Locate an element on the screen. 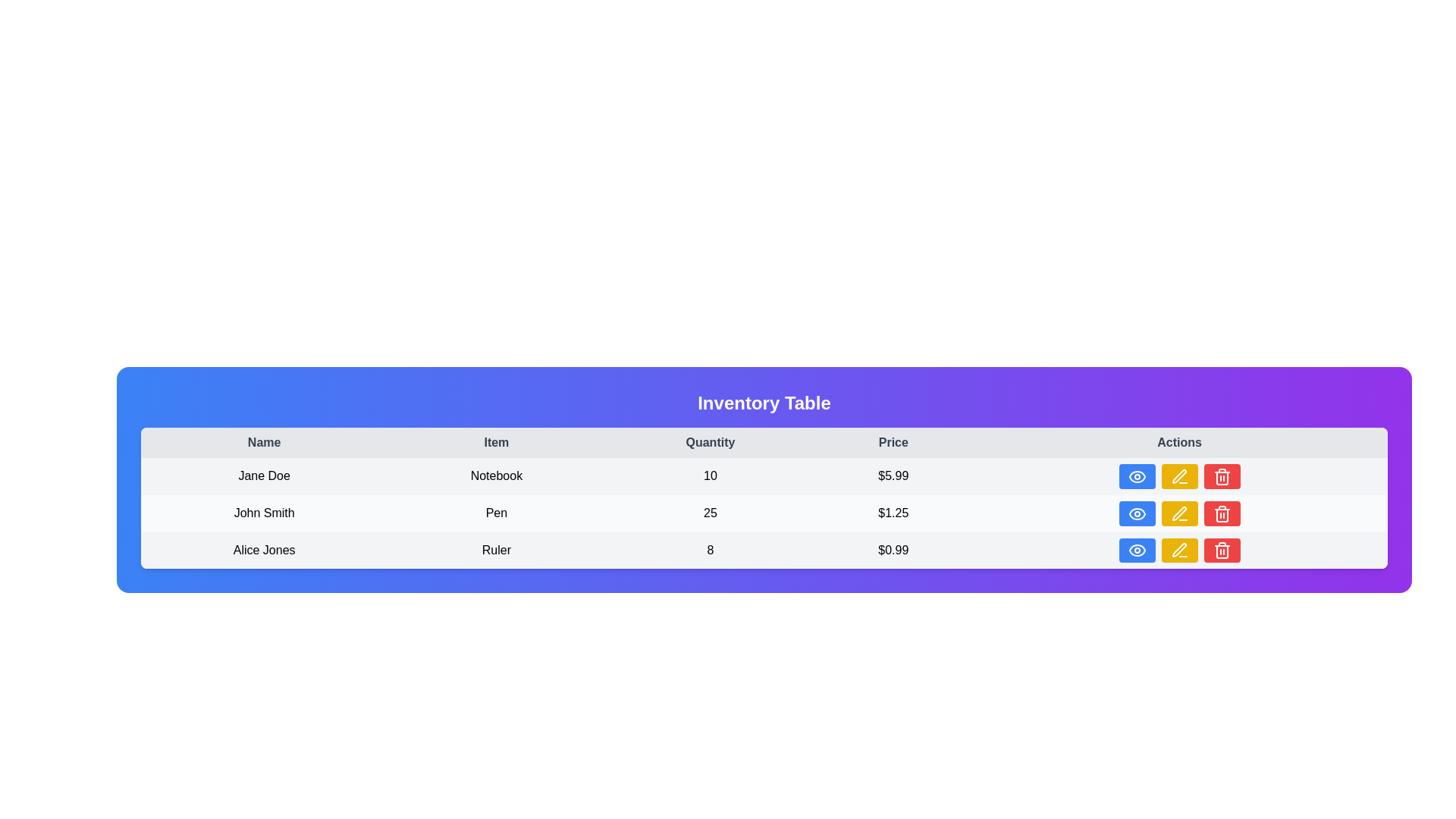 This screenshot has height=819, width=1456. the 'Item' column header text label, which is the second header in a row of table headers, positioned between the 'Name' header and the 'Quantity' header is located at coordinates (496, 442).